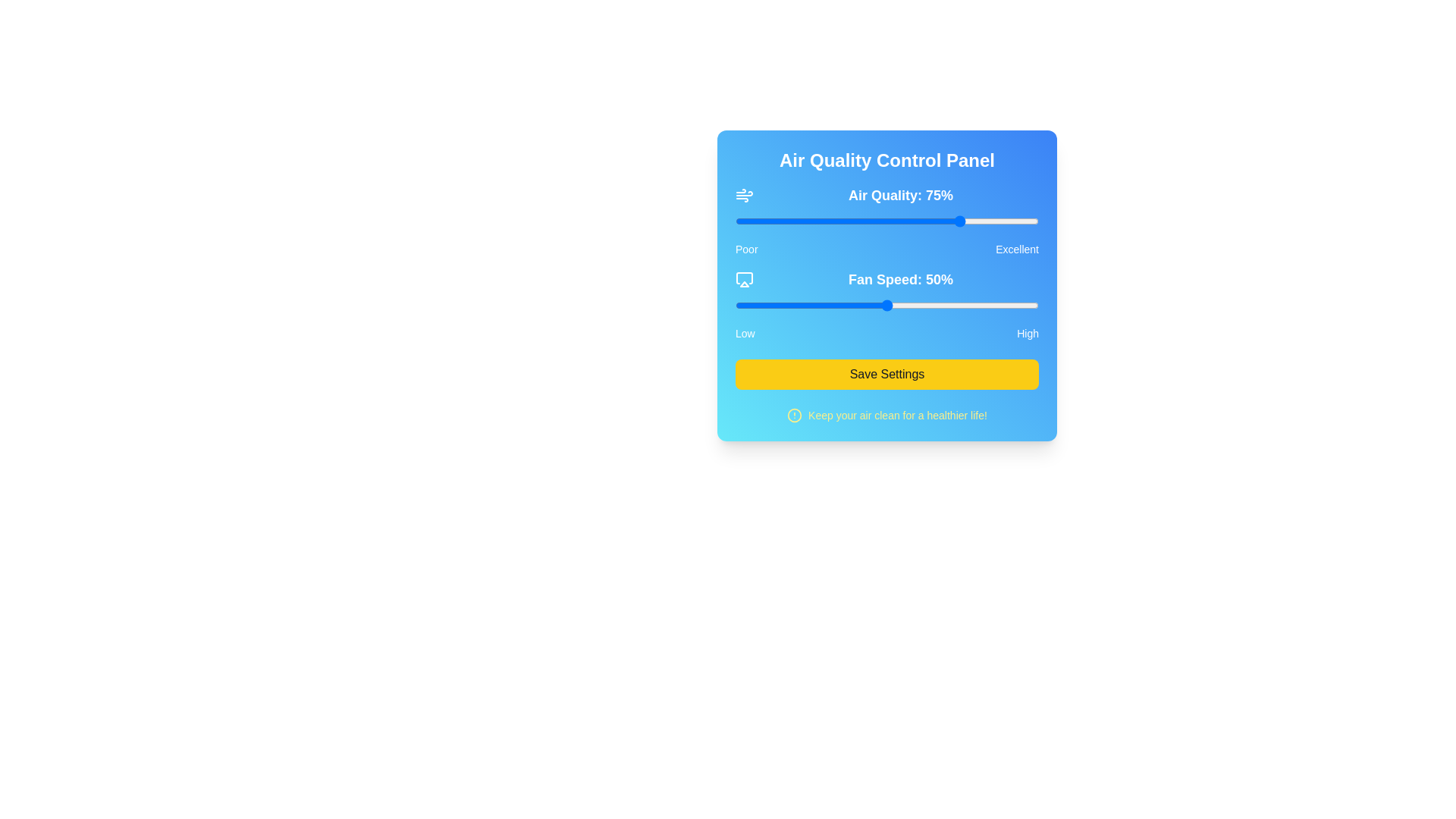 The image size is (1456, 819). What do you see at coordinates (745, 332) in the screenshot?
I see `the label indicating the low end of the range, located at the left edge of the section labeled 'Low-High', positioned to the left of the 'High' label` at bounding box center [745, 332].